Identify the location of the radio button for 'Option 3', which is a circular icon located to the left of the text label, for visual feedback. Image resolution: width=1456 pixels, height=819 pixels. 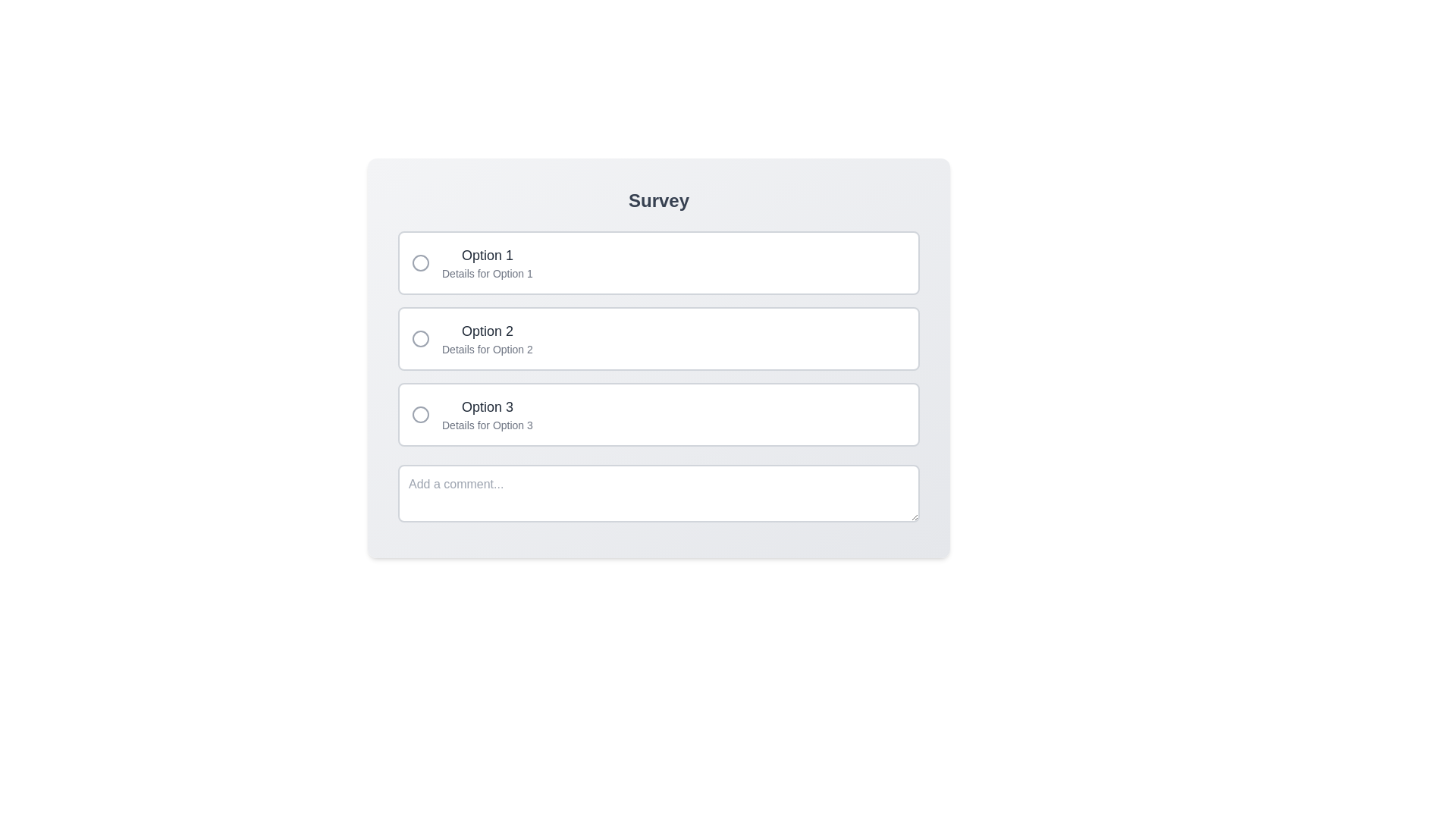
(421, 415).